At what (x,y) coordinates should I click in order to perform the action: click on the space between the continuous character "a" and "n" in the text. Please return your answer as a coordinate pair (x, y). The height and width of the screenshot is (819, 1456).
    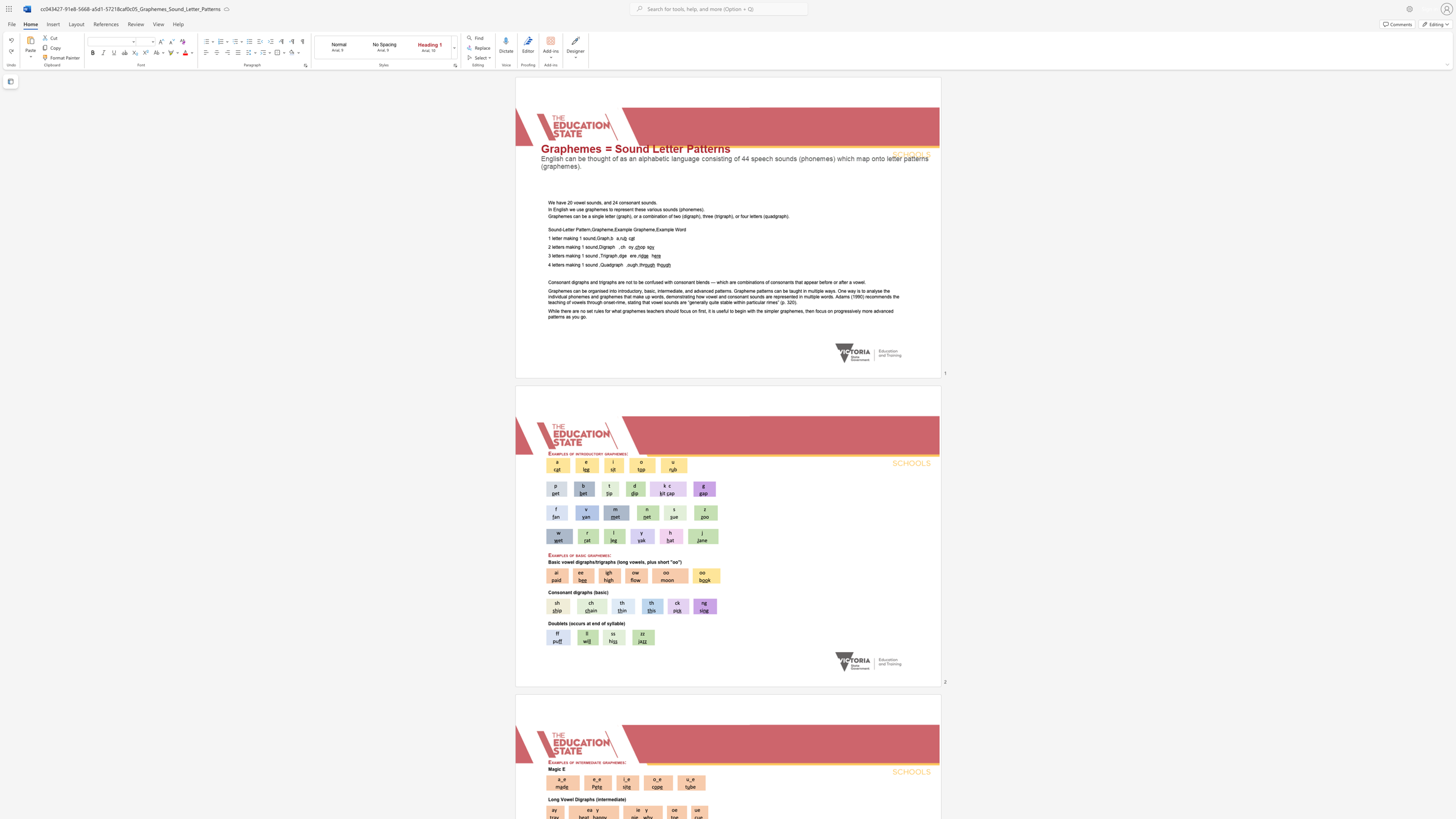
    Looking at the image, I should click on (567, 592).